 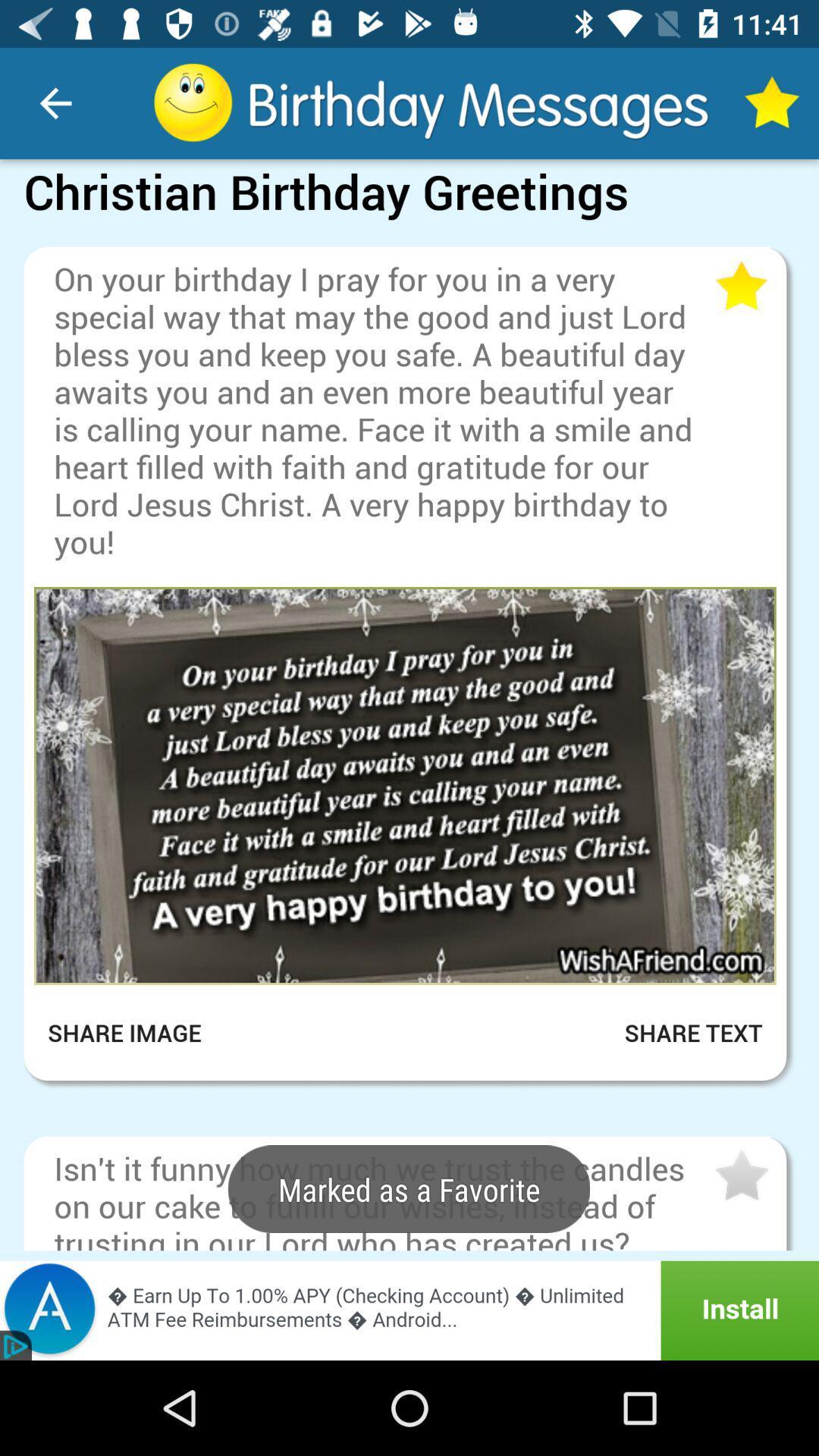 What do you see at coordinates (134, 1032) in the screenshot?
I see `the share image` at bounding box center [134, 1032].